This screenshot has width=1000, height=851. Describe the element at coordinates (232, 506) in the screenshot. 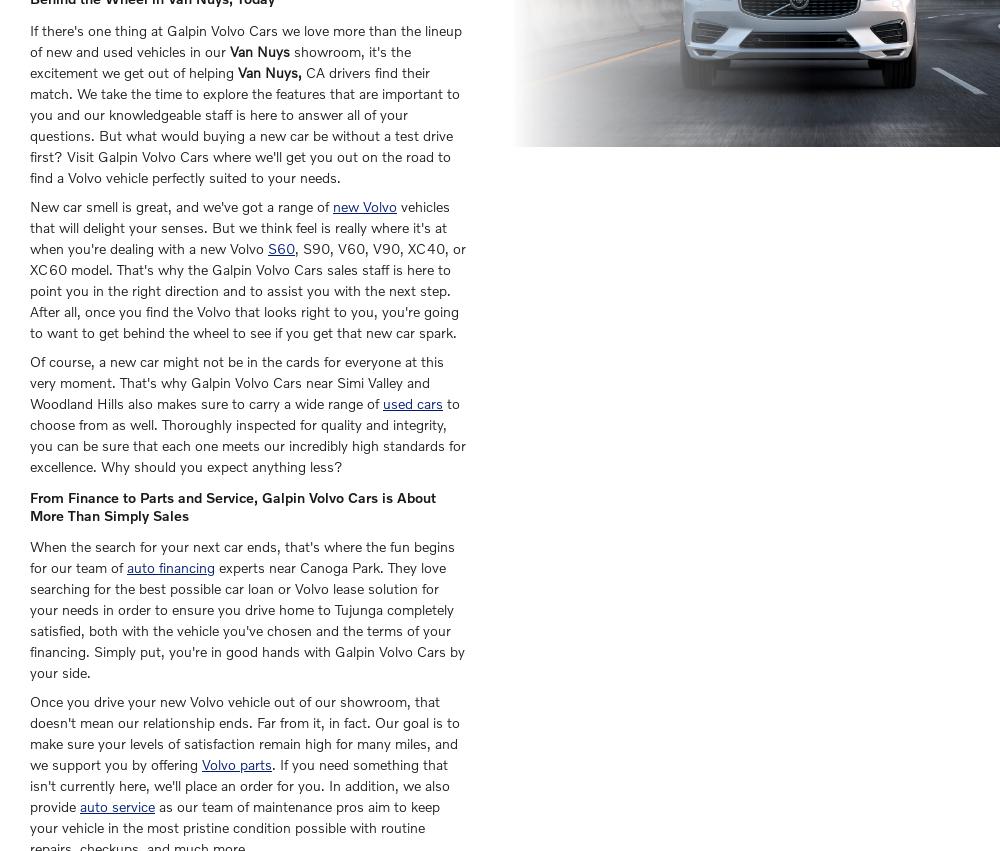

I see `'From Finance to Parts and Service, Galpin Volvo Cars is About More Than Simply Sales'` at that location.